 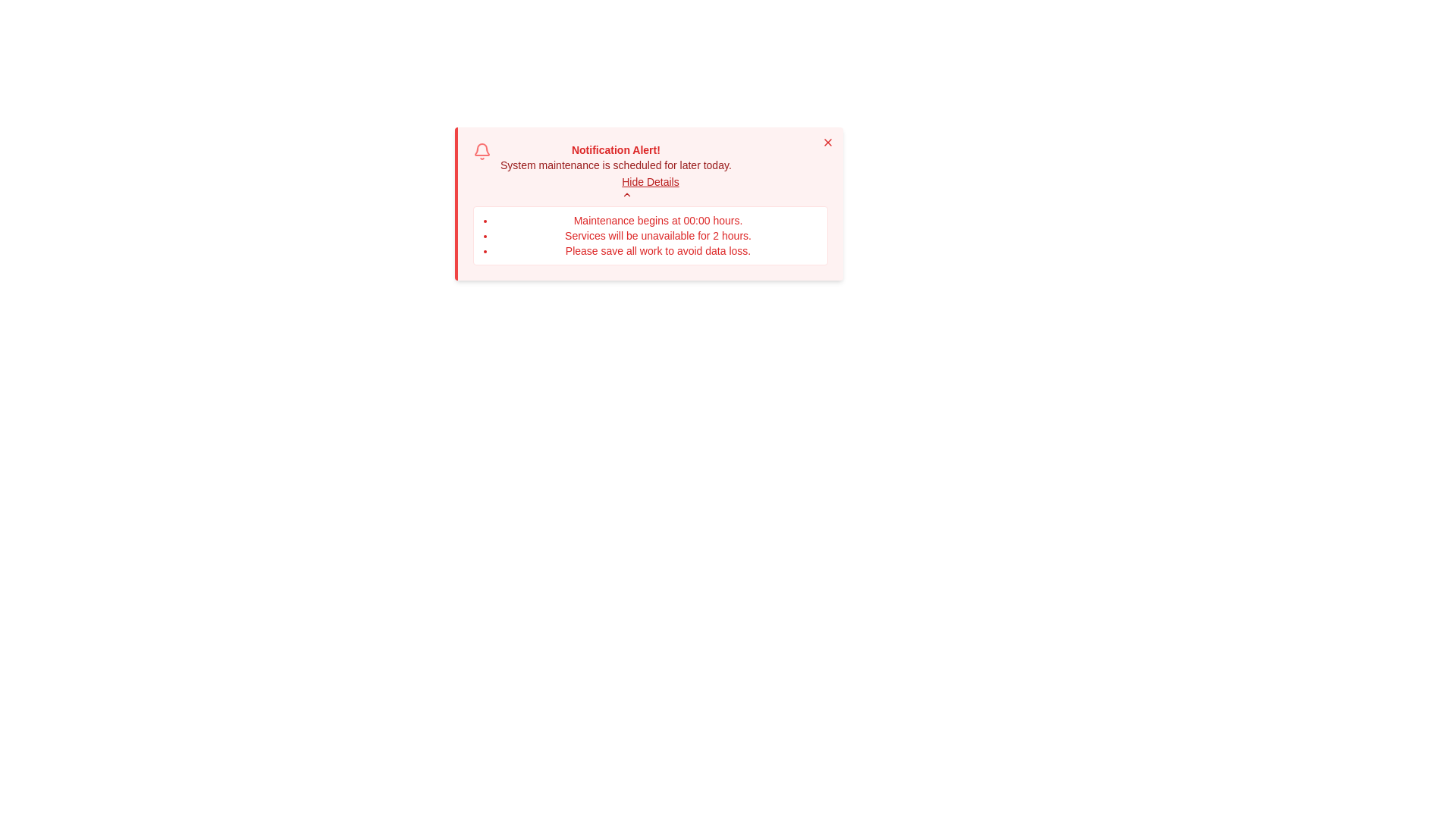 I want to click on the close (X) button to dismiss the alert, so click(x=827, y=143).